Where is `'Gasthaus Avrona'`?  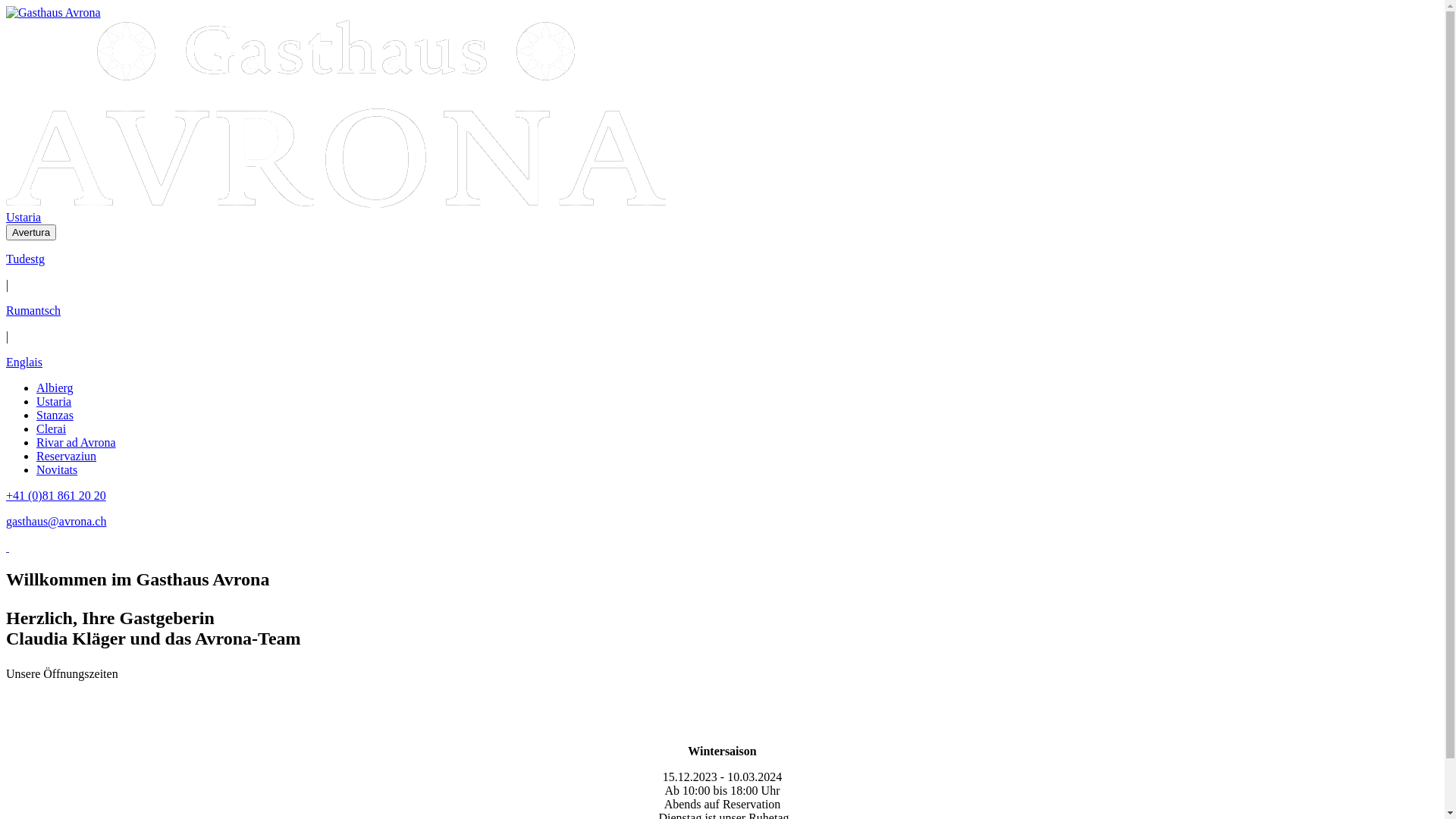
'Gasthaus Avrona' is located at coordinates (53, 12).